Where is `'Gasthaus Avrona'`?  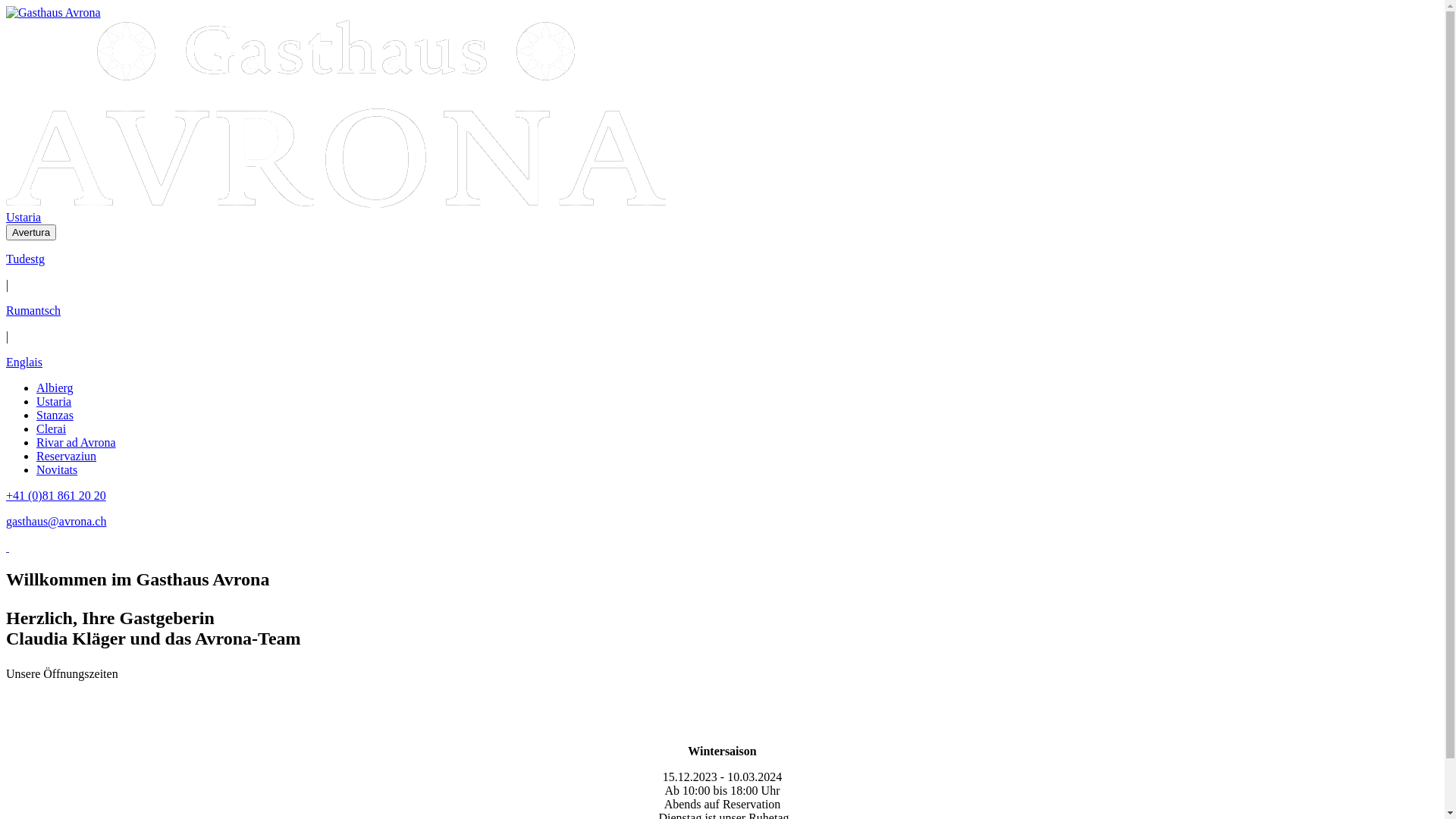
'Gasthaus Avrona' is located at coordinates (53, 12).